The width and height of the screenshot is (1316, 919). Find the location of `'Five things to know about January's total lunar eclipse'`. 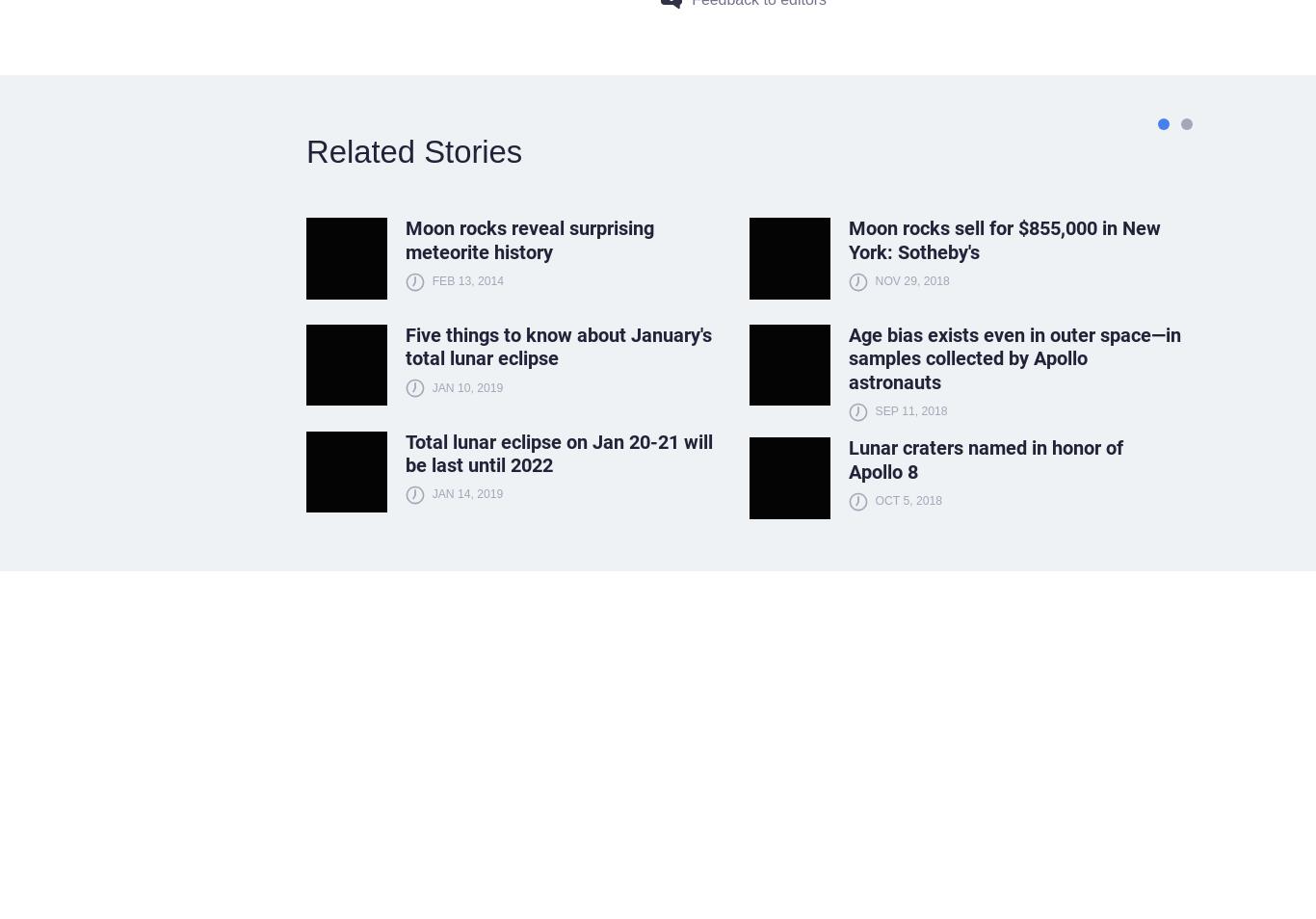

'Five things to know about January's total lunar eclipse' is located at coordinates (558, 347).